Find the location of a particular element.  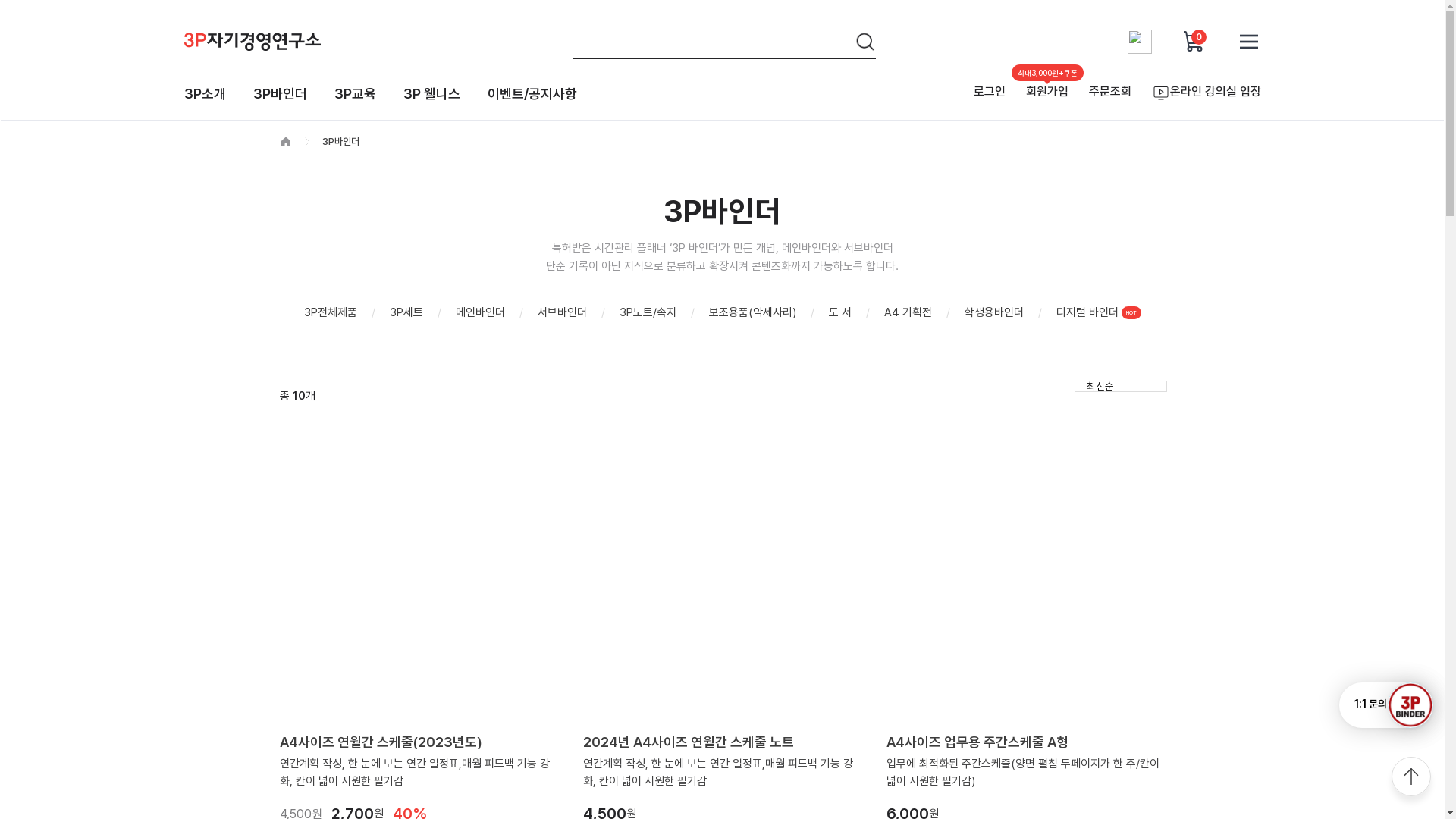

'0' is located at coordinates (1193, 40).